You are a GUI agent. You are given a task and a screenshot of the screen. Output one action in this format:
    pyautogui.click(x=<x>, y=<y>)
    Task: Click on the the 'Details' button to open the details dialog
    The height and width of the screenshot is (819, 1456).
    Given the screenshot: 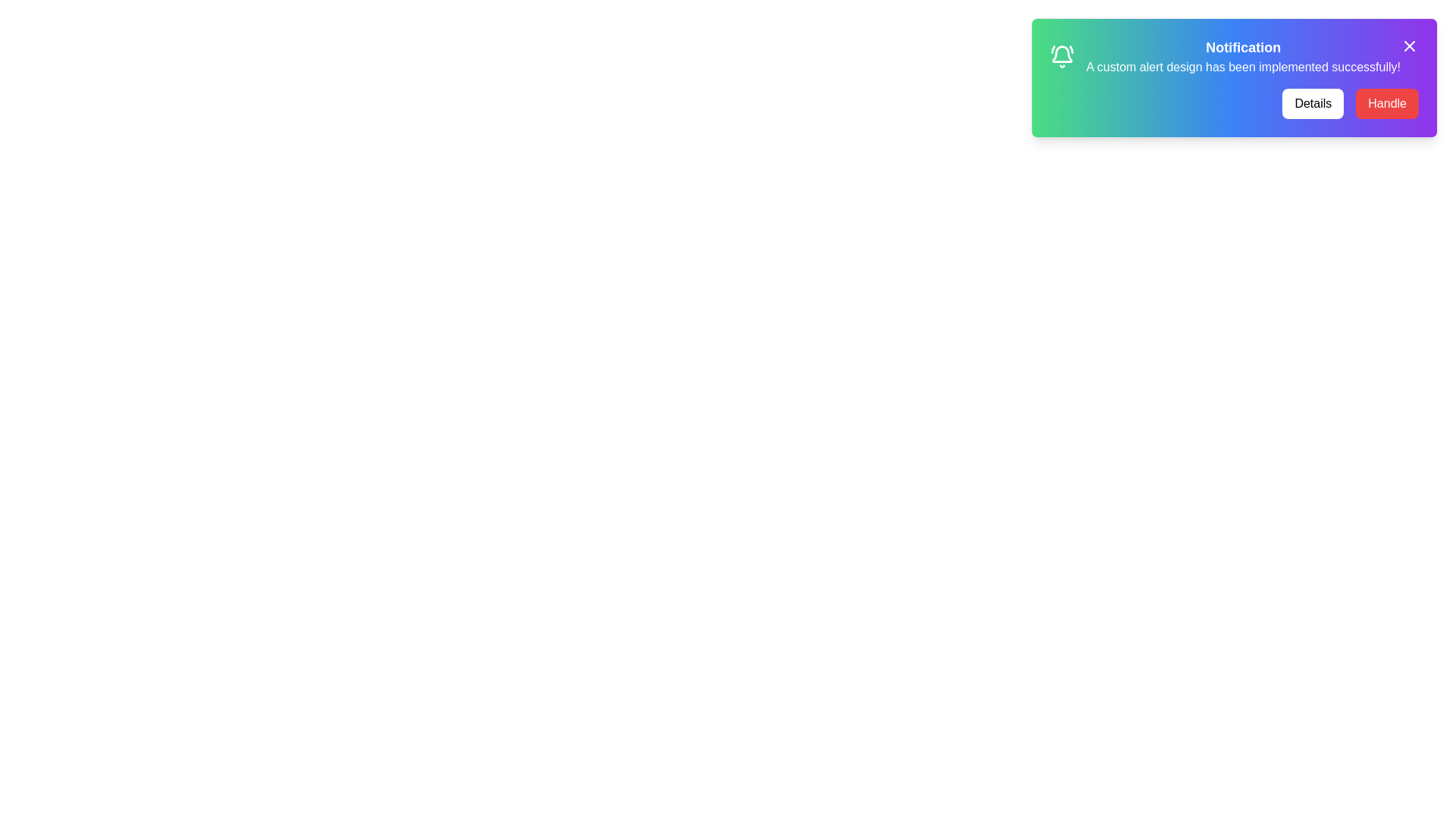 What is the action you would take?
    pyautogui.click(x=1312, y=103)
    